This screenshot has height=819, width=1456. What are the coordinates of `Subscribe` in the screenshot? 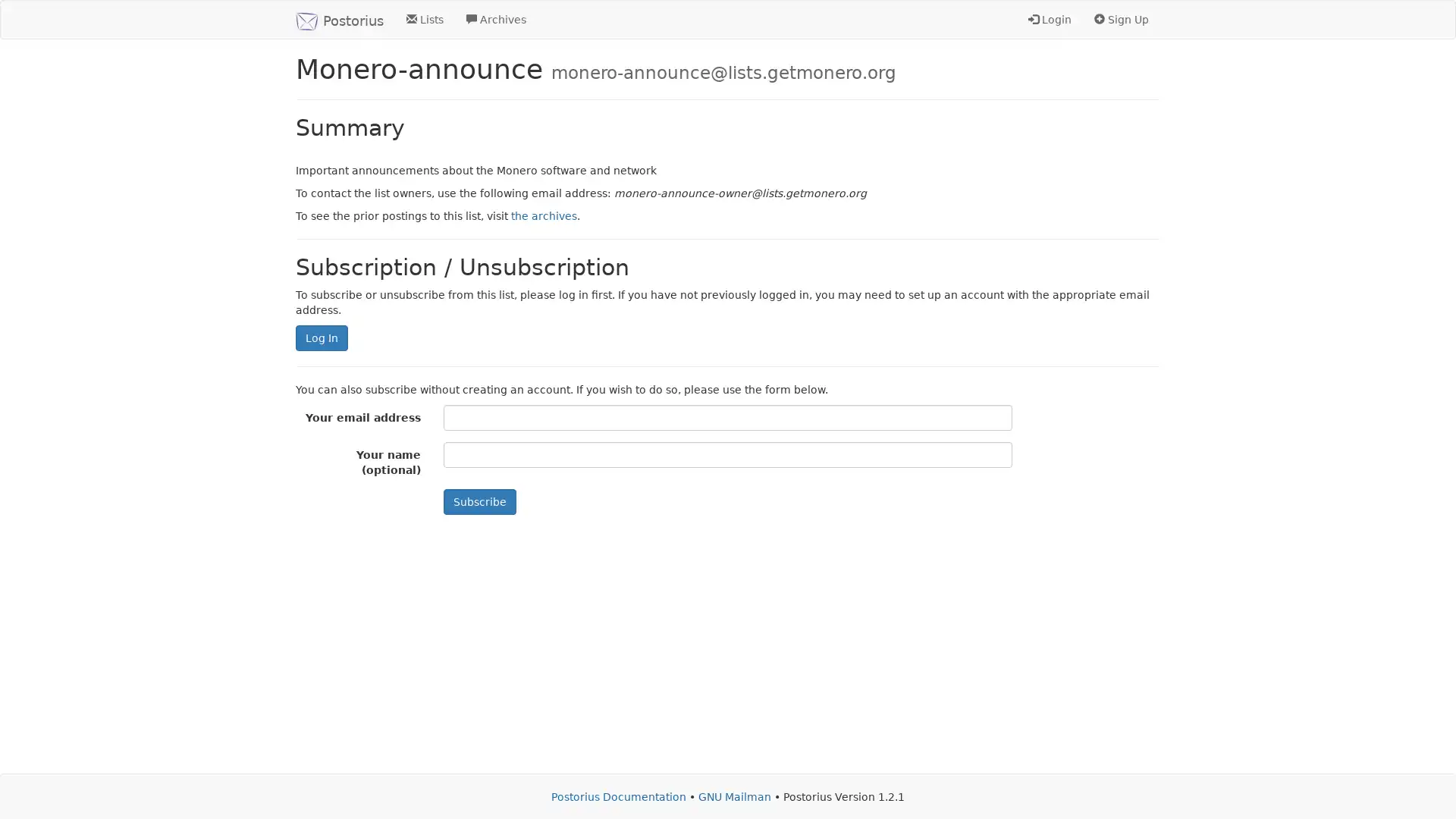 It's located at (479, 500).